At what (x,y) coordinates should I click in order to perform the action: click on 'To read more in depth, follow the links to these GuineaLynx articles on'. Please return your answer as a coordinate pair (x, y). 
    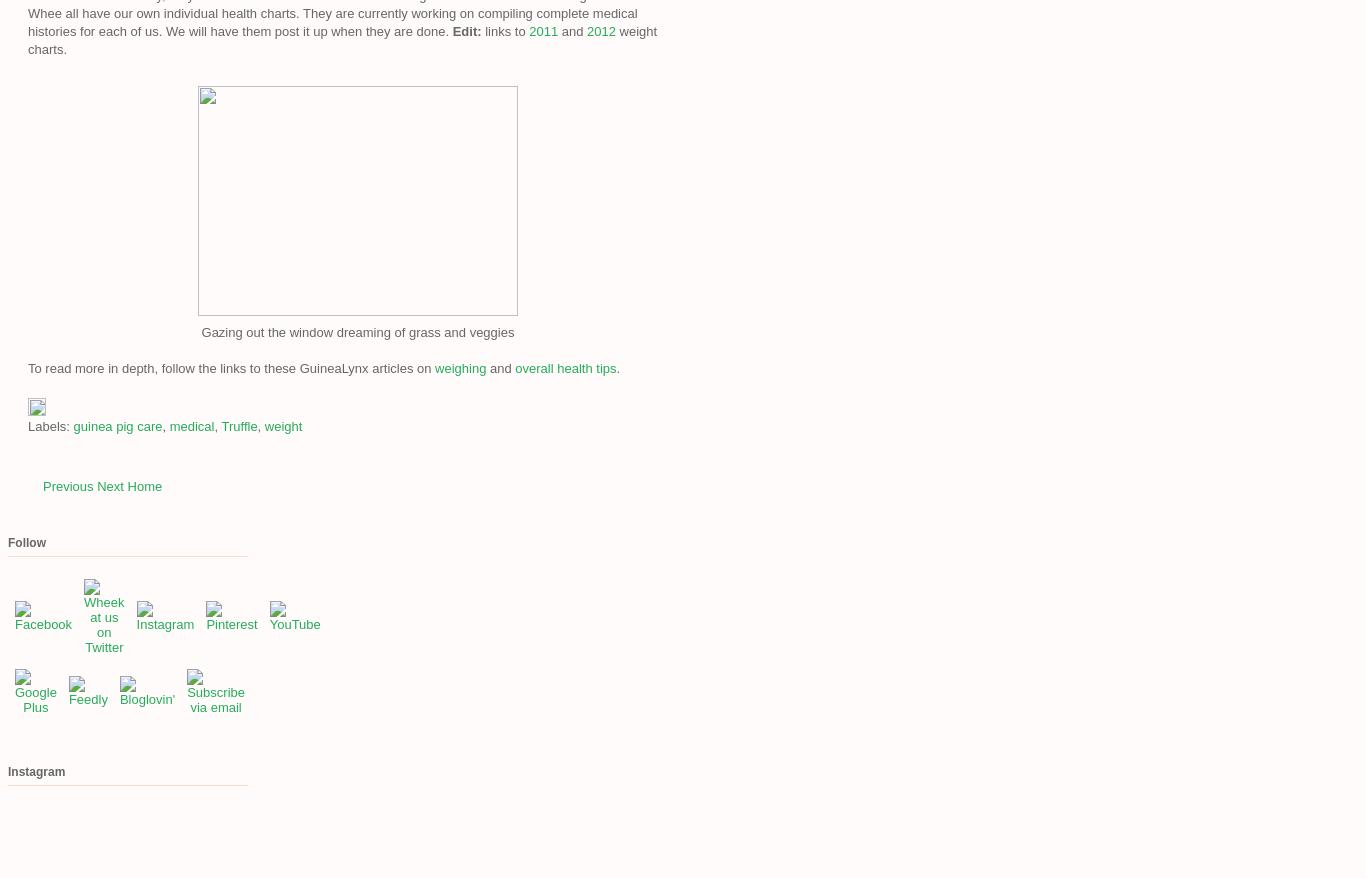
    Looking at the image, I should click on (231, 367).